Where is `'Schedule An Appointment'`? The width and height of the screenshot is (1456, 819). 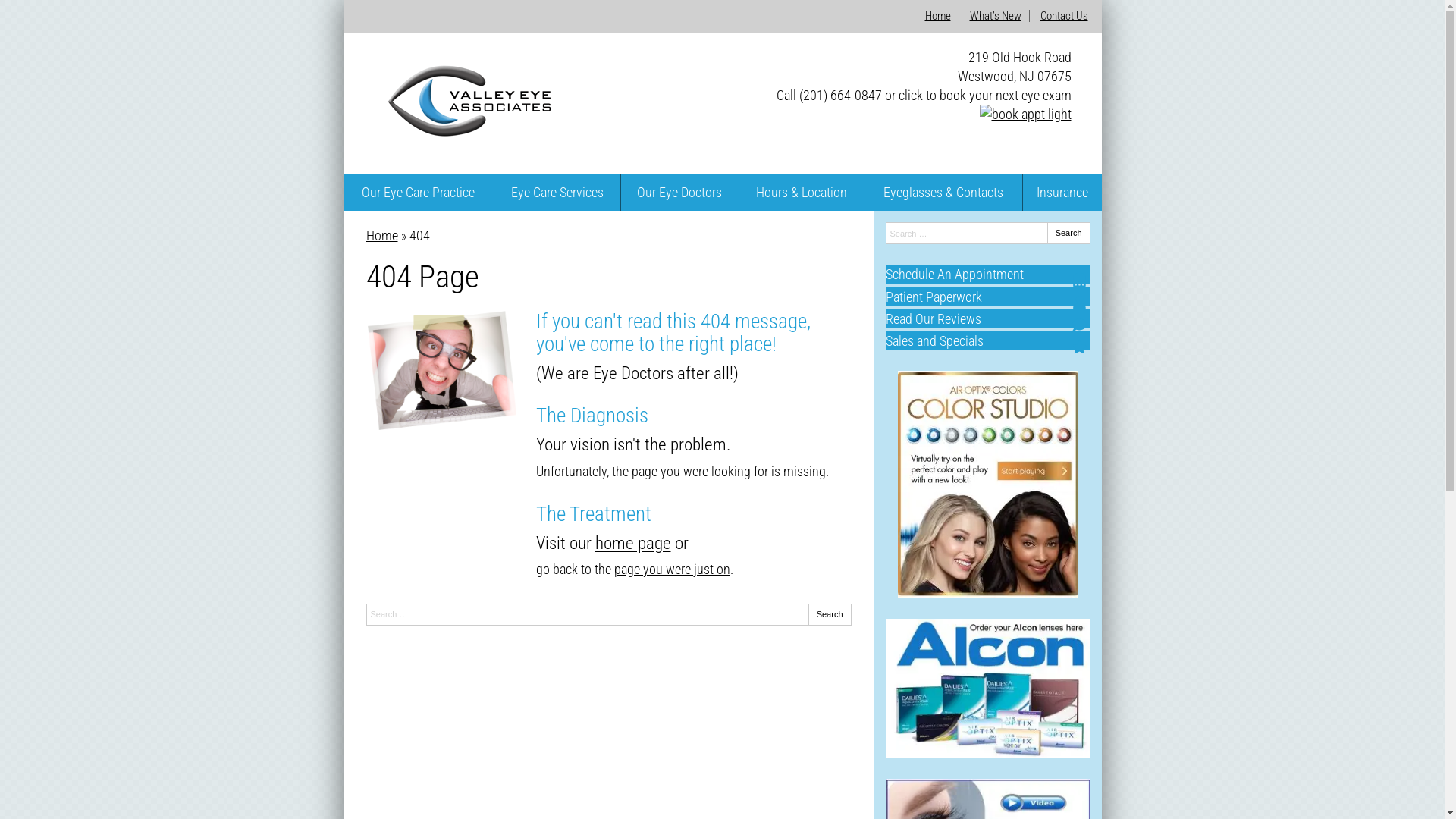
'Schedule An Appointment' is located at coordinates (987, 274).